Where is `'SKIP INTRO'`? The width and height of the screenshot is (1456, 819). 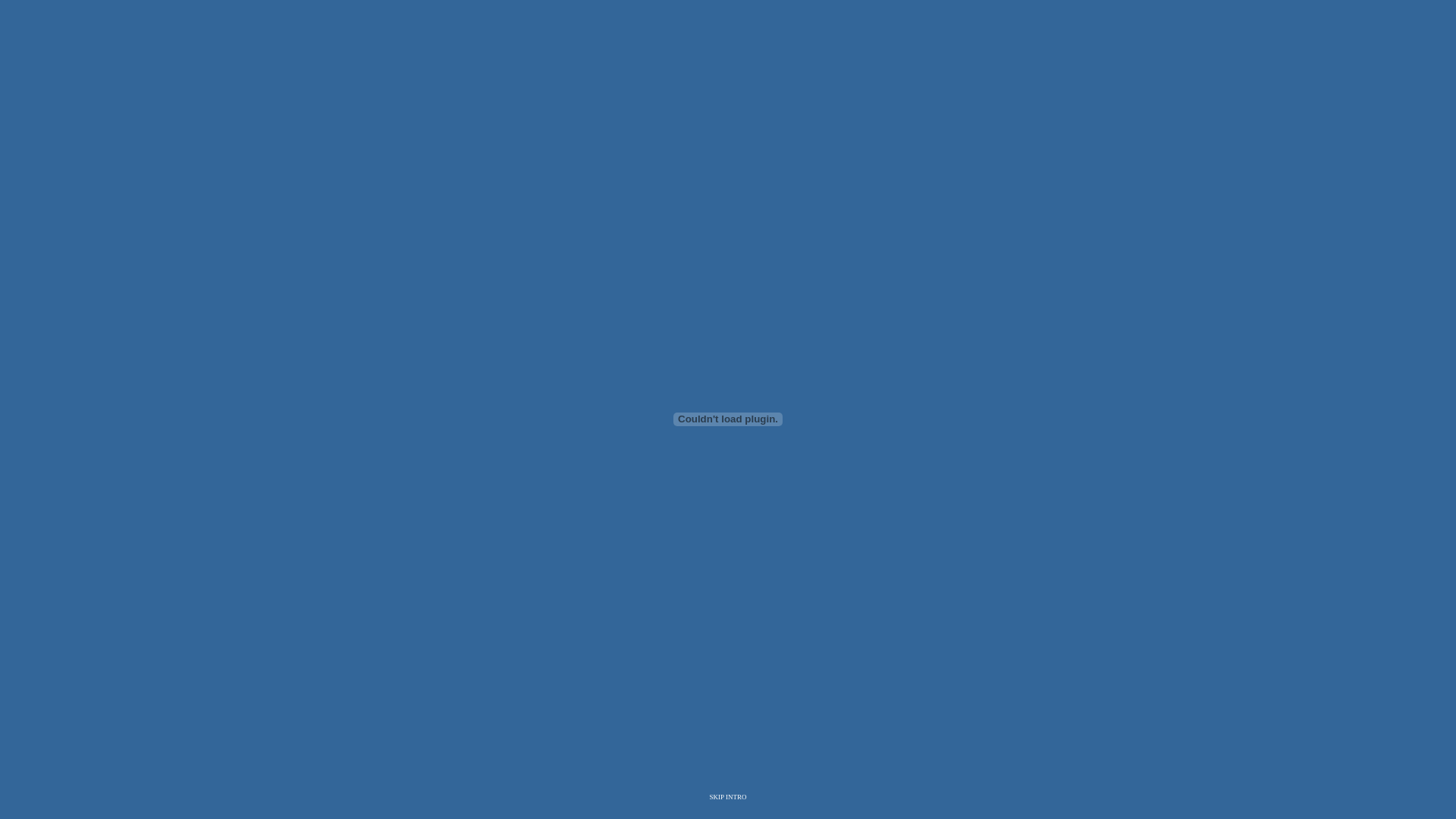 'SKIP INTRO' is located at coordinates (728, 795).